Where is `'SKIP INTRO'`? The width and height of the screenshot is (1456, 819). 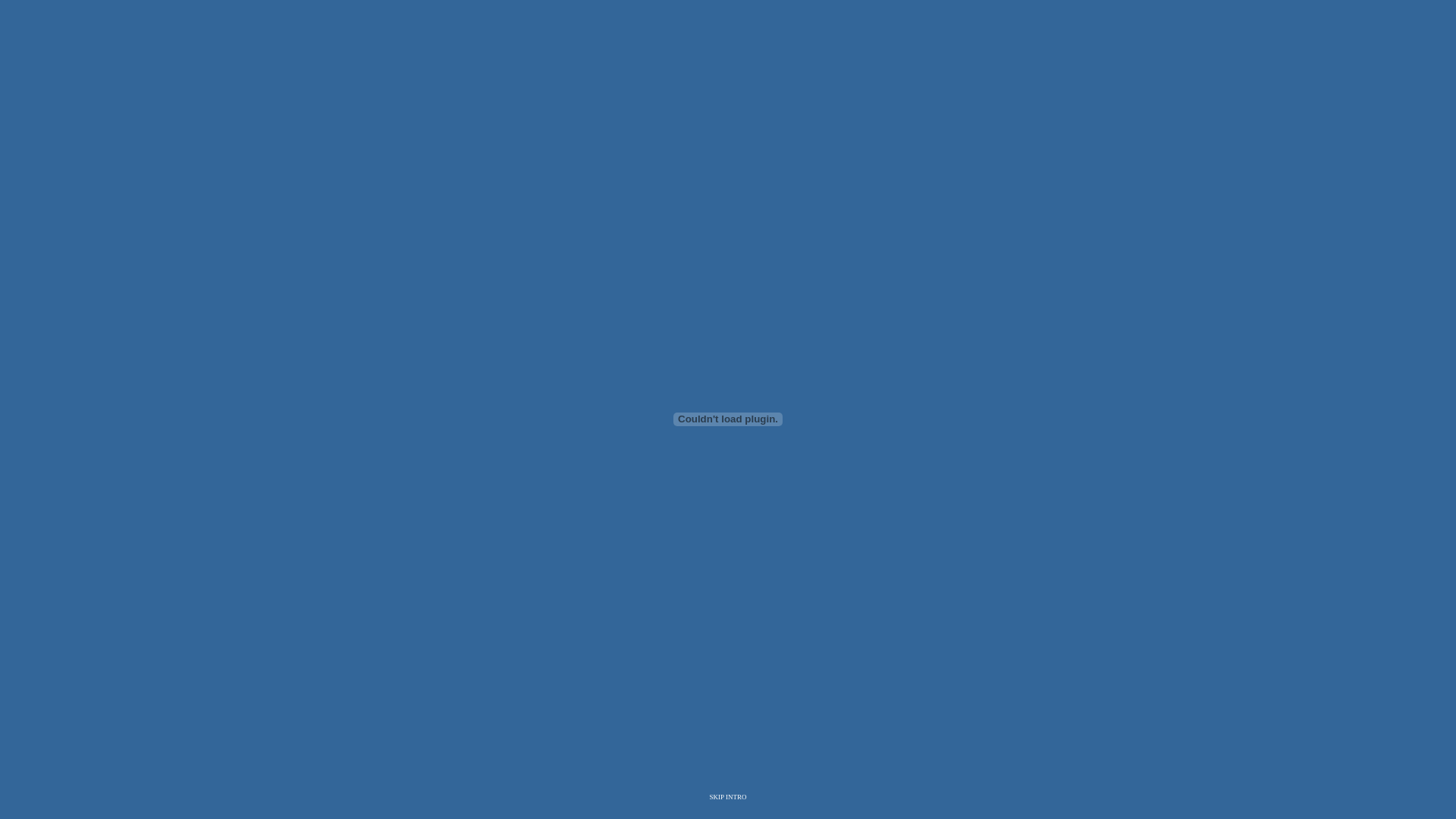 'SKIP INTRO' is located at coordinates (728, 795).